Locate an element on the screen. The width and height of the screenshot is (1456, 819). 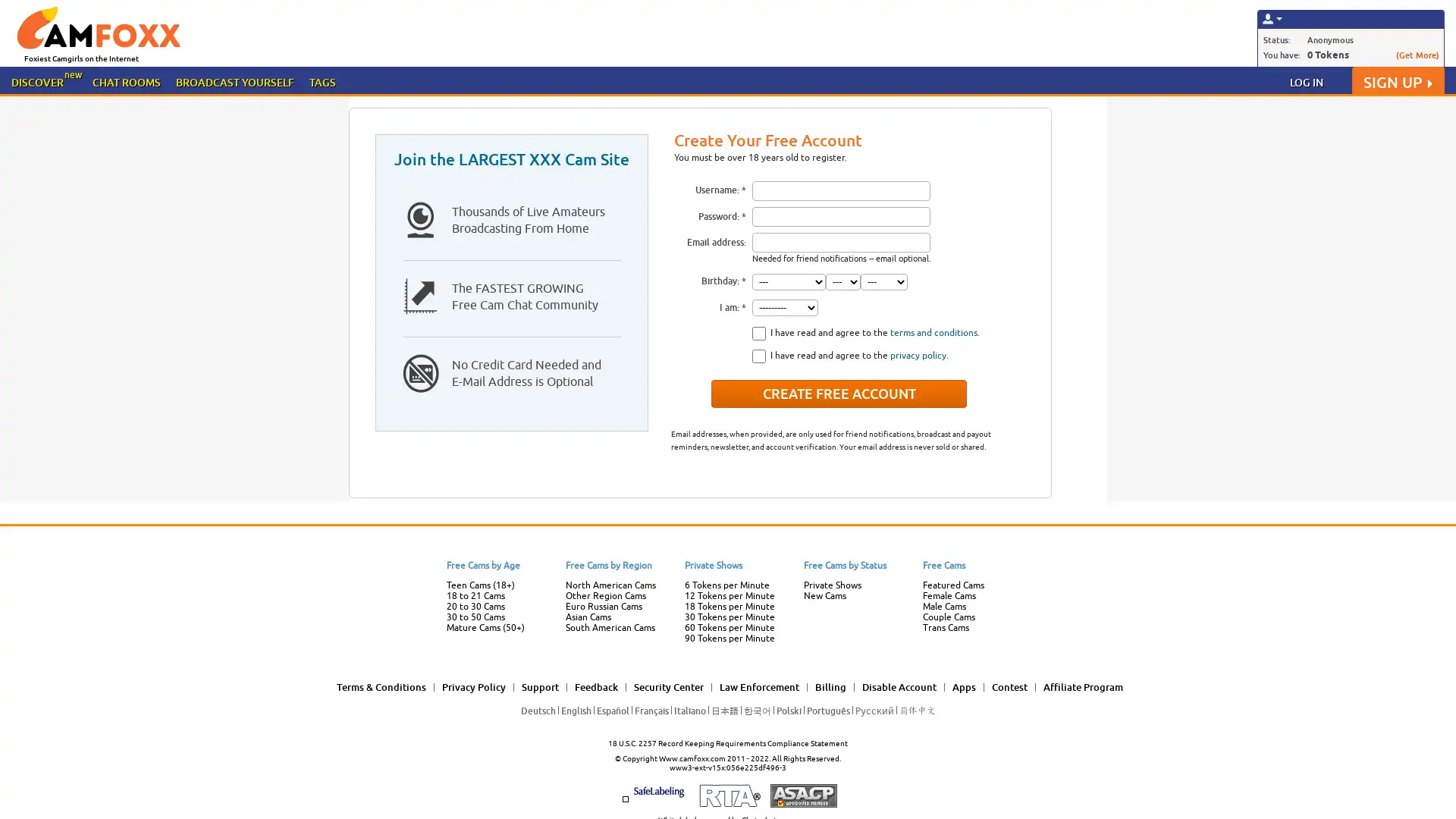
Create Free Account is located at coordinates (838, 393).